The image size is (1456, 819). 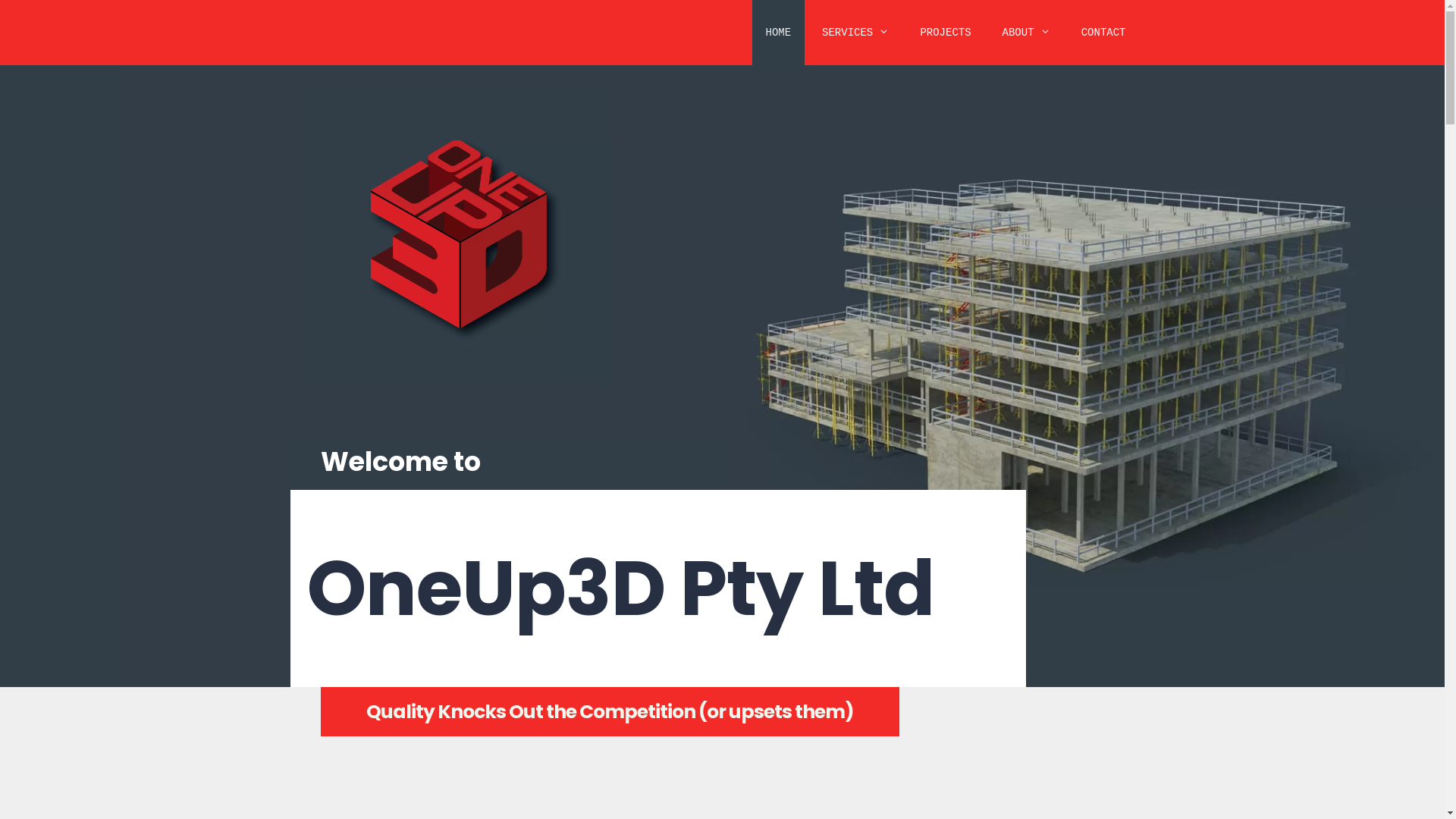 I want to click on 'PROJECTS', so click(x=944, y=32).